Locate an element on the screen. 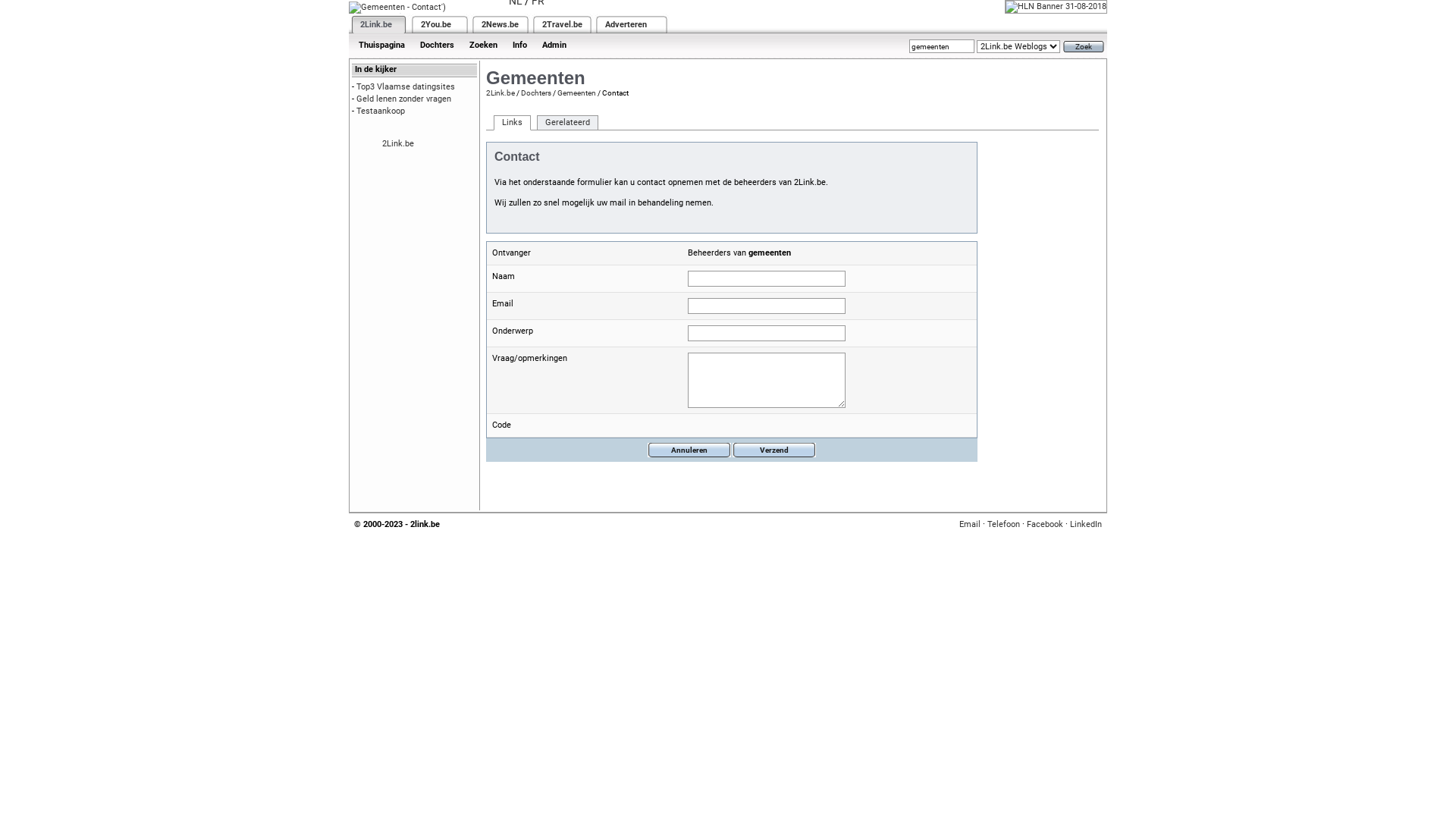 Image resolution: width=1456 pixels, height=819 pixels. 'Telefoon' is located at coordinates (987, 523).